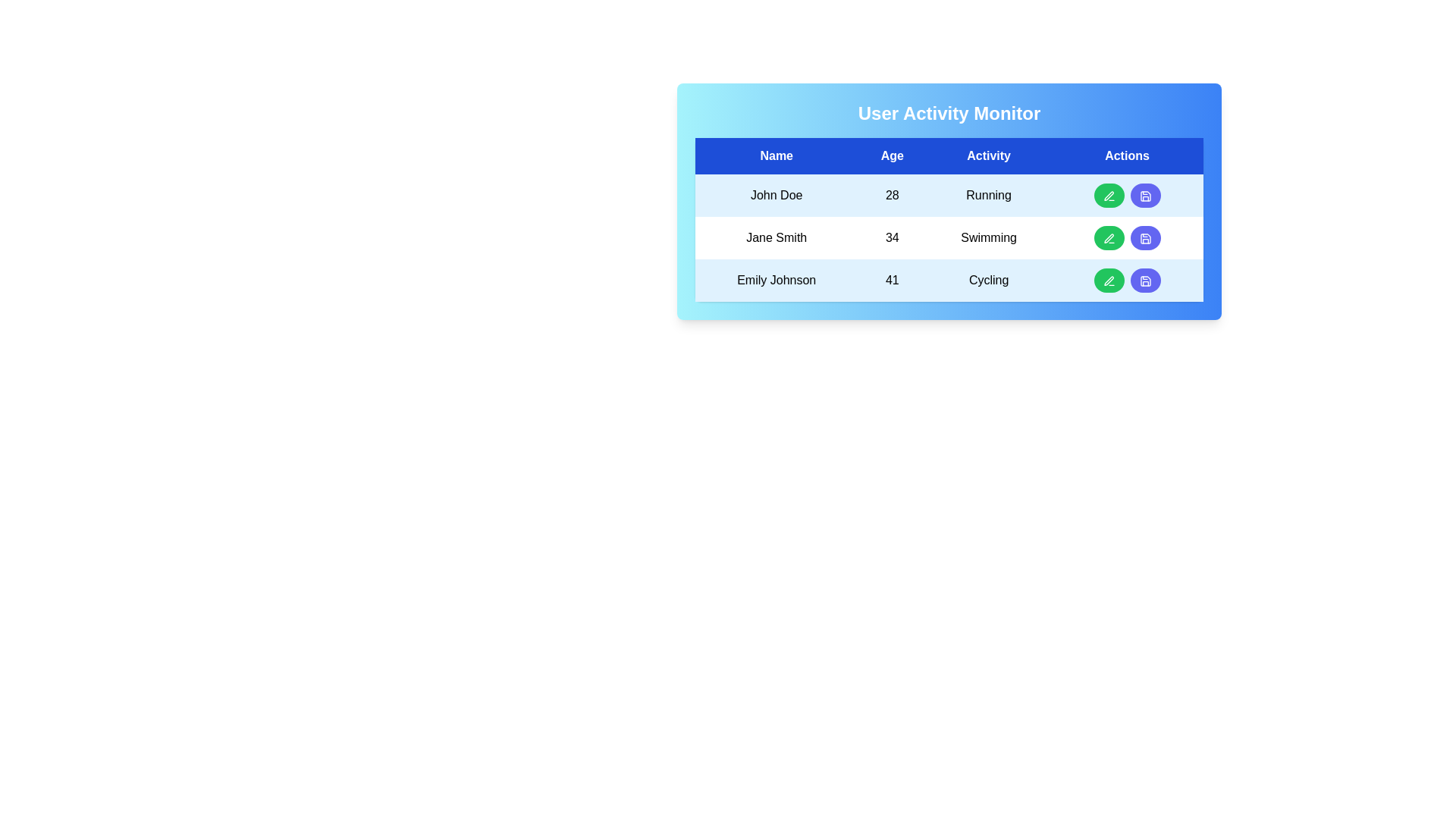 The width and height of the screenshot is (1456, 819). Describe the element at coordinates (1145, 281) in the screenshot. I see `the save button for the Emily Johnson row` at that location.